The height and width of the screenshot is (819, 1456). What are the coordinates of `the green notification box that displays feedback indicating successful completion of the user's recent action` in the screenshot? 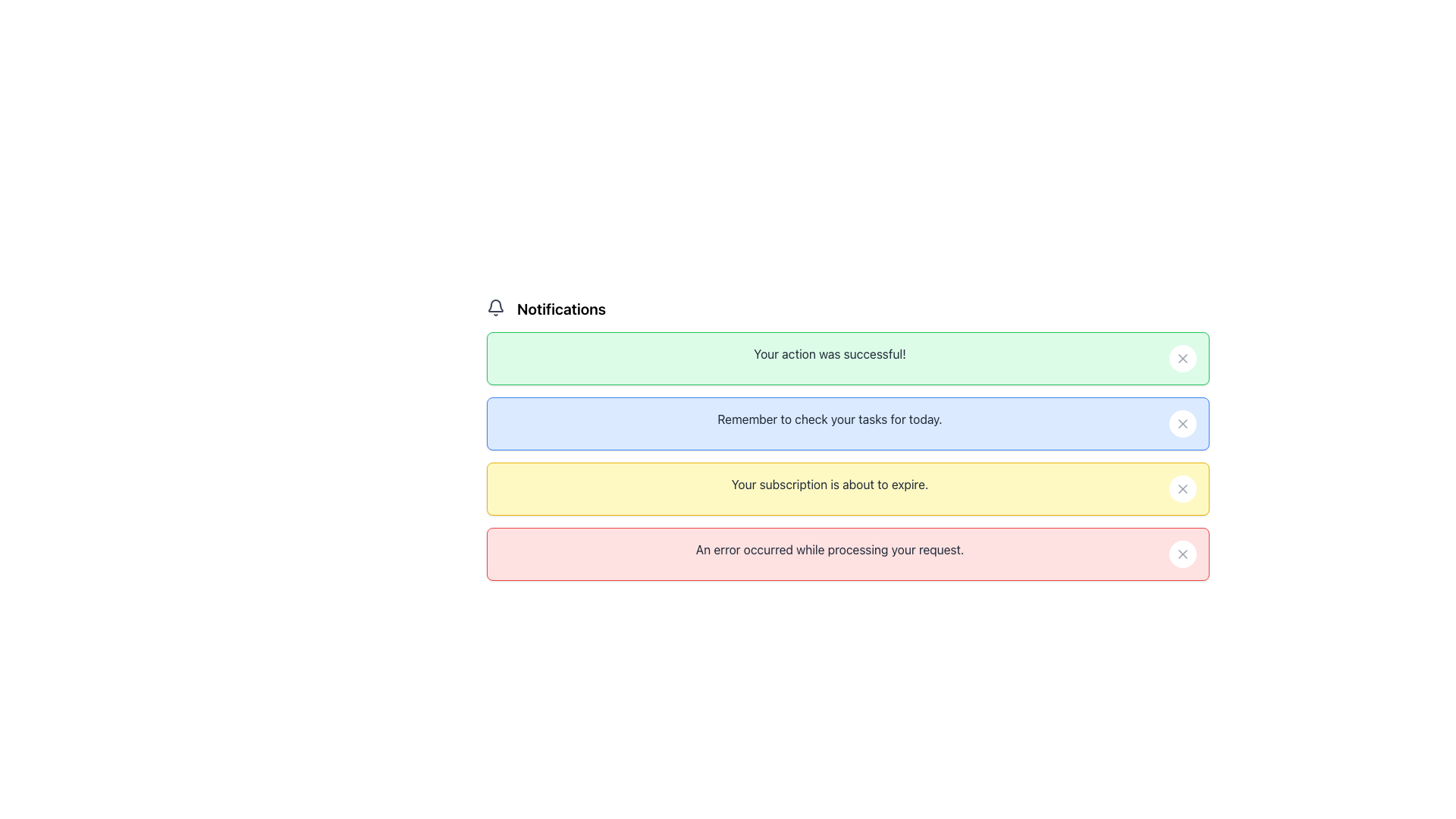 It's located at (829, 353).